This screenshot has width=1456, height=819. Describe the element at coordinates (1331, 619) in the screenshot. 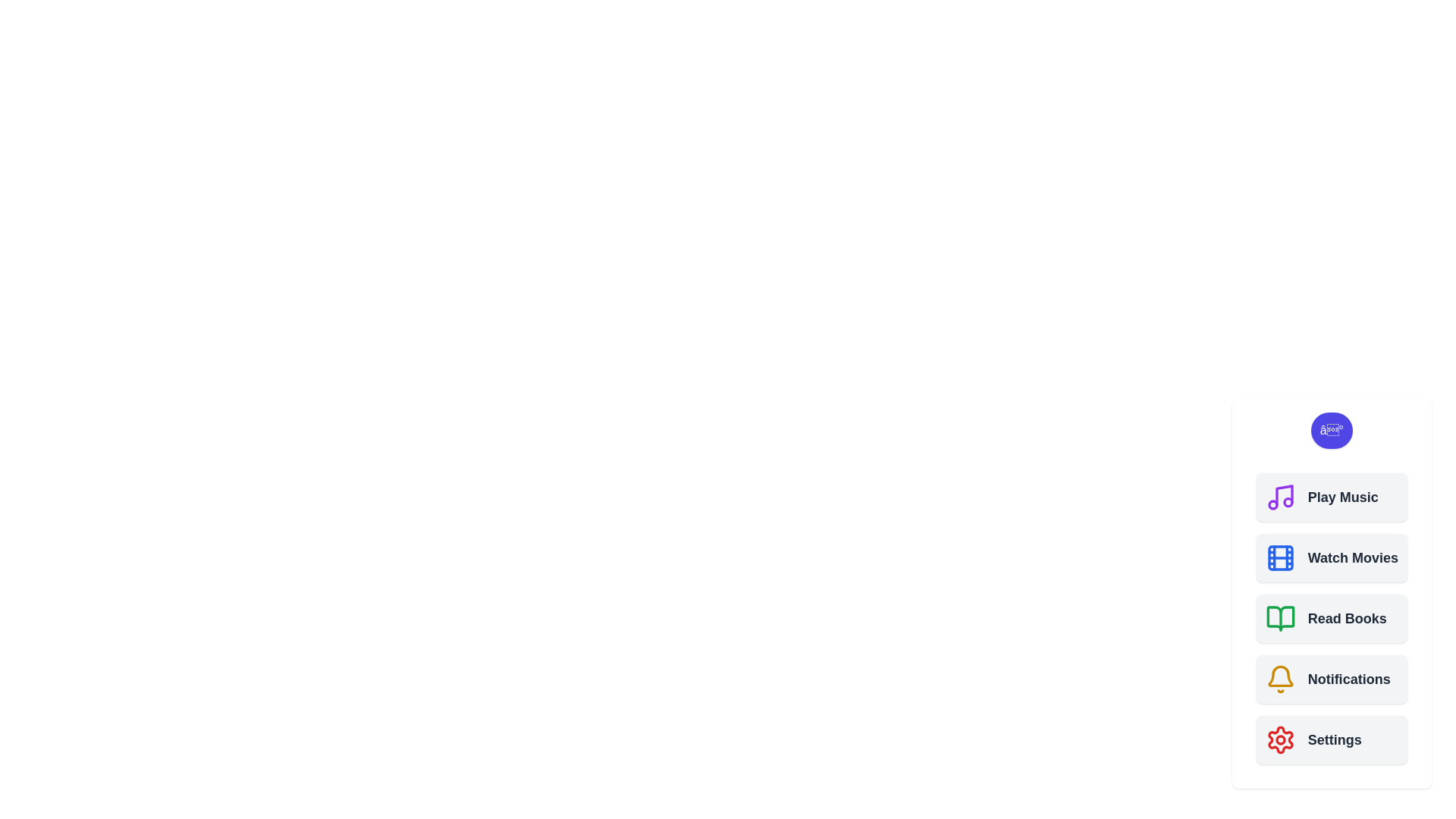

I see `the 'Read Books' button` at that location.